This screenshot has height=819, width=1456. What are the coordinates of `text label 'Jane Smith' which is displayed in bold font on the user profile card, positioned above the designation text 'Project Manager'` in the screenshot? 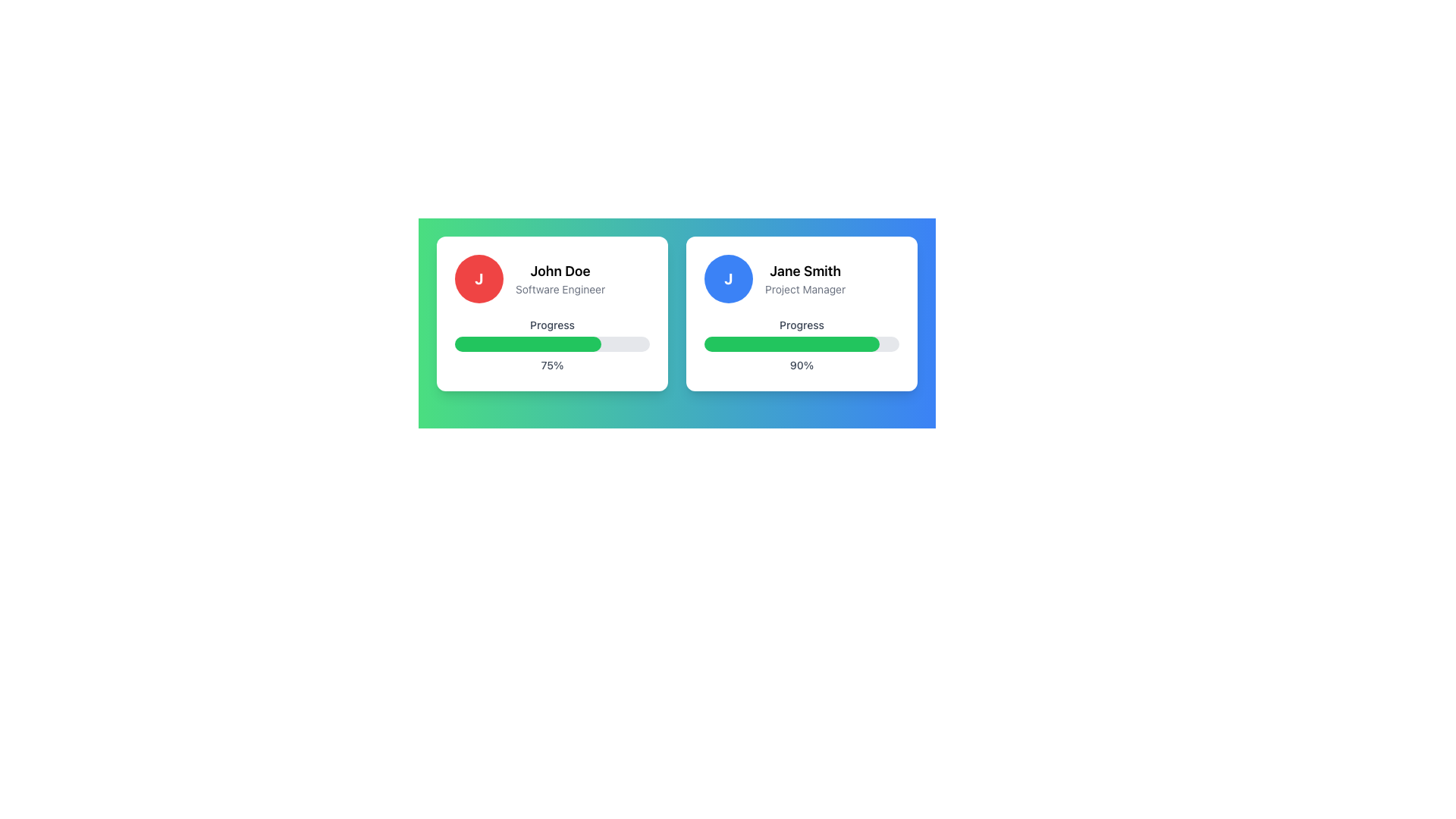 It's located at (805, 271).